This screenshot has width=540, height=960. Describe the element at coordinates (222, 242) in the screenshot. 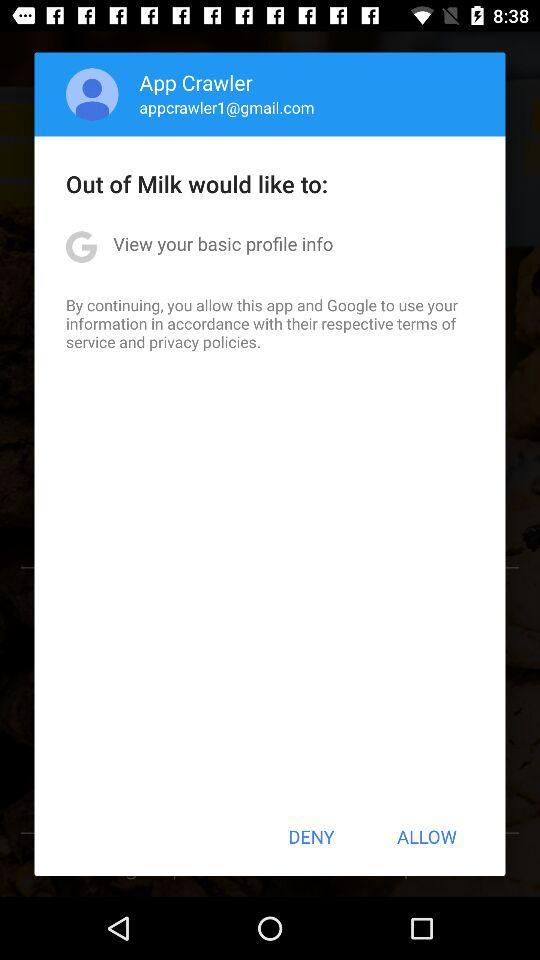

I see `view your basic icon` at that location.